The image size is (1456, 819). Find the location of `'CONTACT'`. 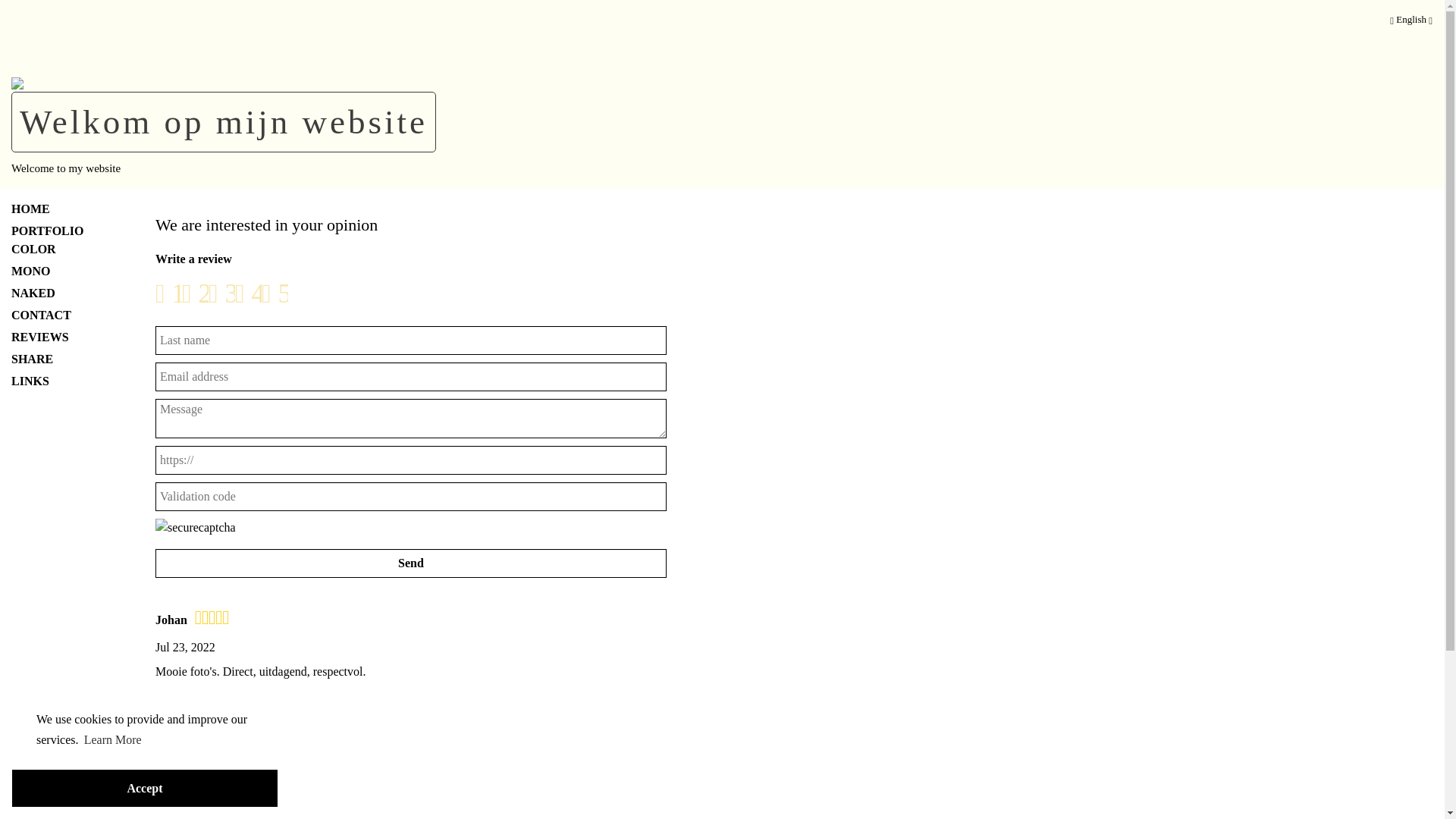

'CONTACT' is located at coordinates (61, 315).